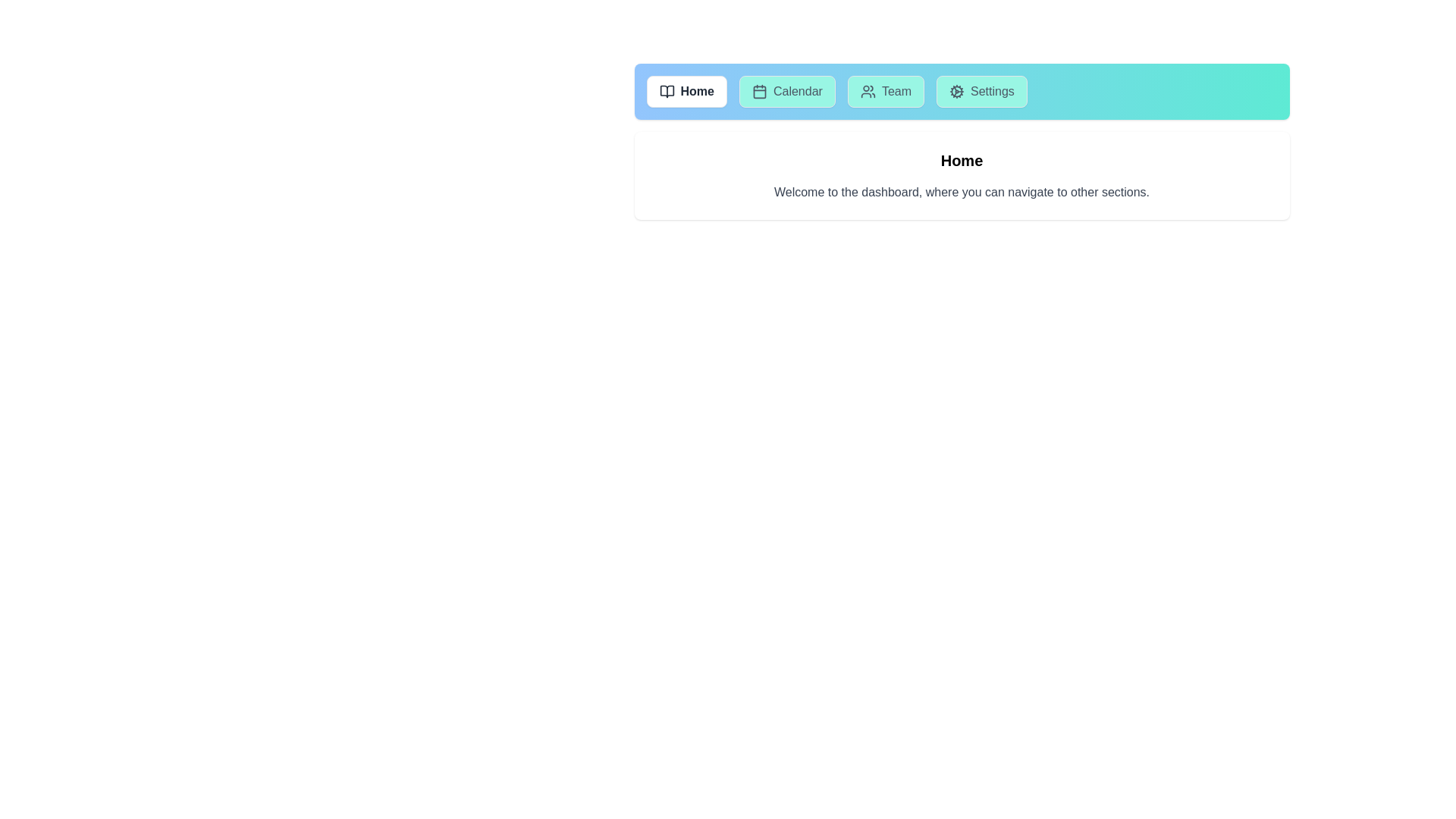 The image size is (1456, 819). Describe the element at coordinates (787, 91) in the screenshot. I see `the tab labeled Calendar to view its content` at that location.